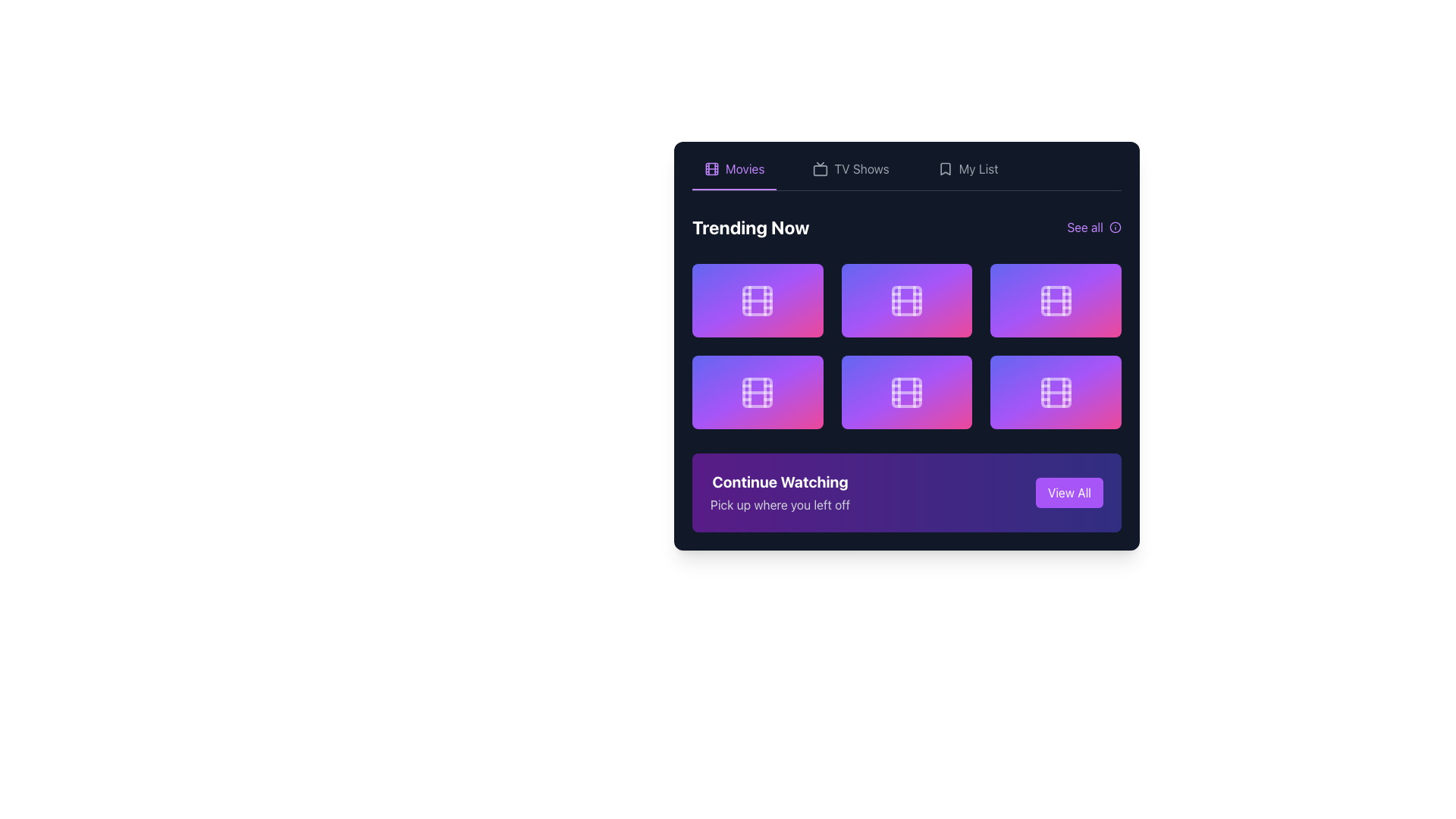 The width and height of the screenshot is (1456, 819). What do you see at coordinates (1084, 227) in the screenshot?
I see `the interactive text label located in the upper-right corner of the 'Trending Now' panel` at bounding box center [1084, 227].